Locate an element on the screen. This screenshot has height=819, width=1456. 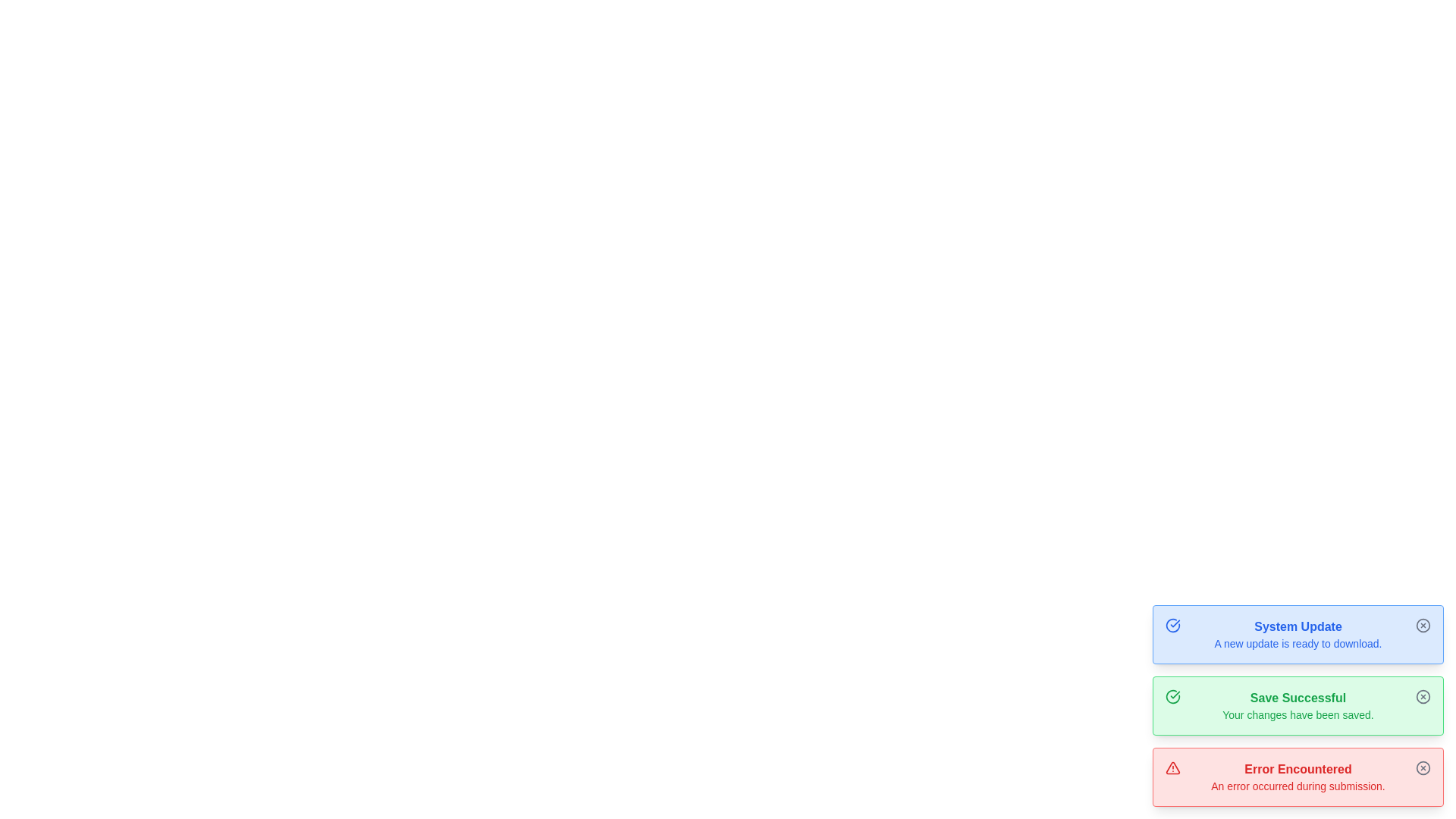
the success icon indicating that an action has been processed correctly, located to the left of the 'Save Successful' message is located at coordinates (1172, 696).